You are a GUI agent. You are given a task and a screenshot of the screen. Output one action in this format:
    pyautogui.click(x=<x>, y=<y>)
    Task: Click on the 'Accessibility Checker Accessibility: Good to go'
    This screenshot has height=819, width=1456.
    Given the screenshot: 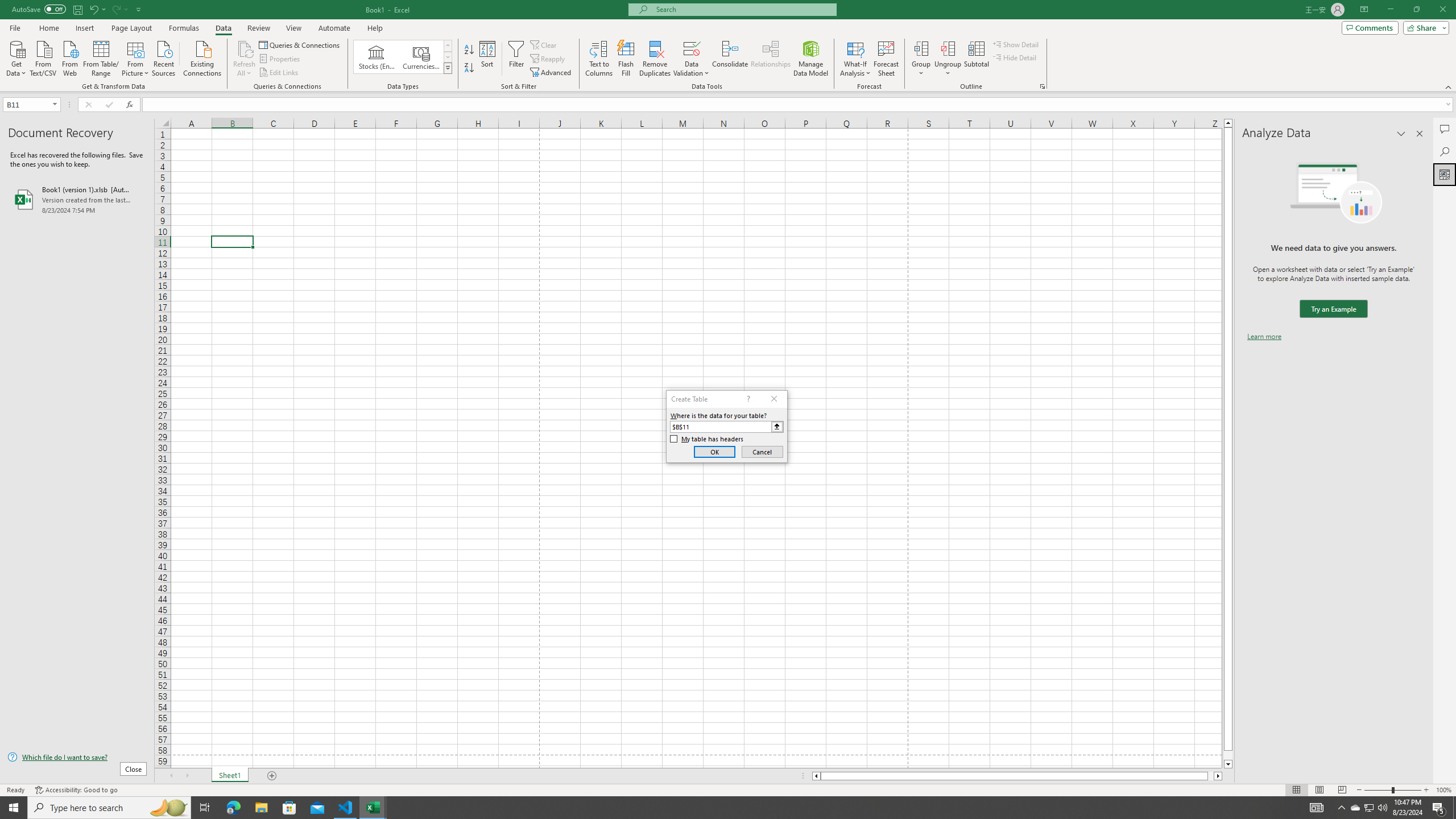 What is the action you would take?
    pyautogui.click(x=76, y=790)
    